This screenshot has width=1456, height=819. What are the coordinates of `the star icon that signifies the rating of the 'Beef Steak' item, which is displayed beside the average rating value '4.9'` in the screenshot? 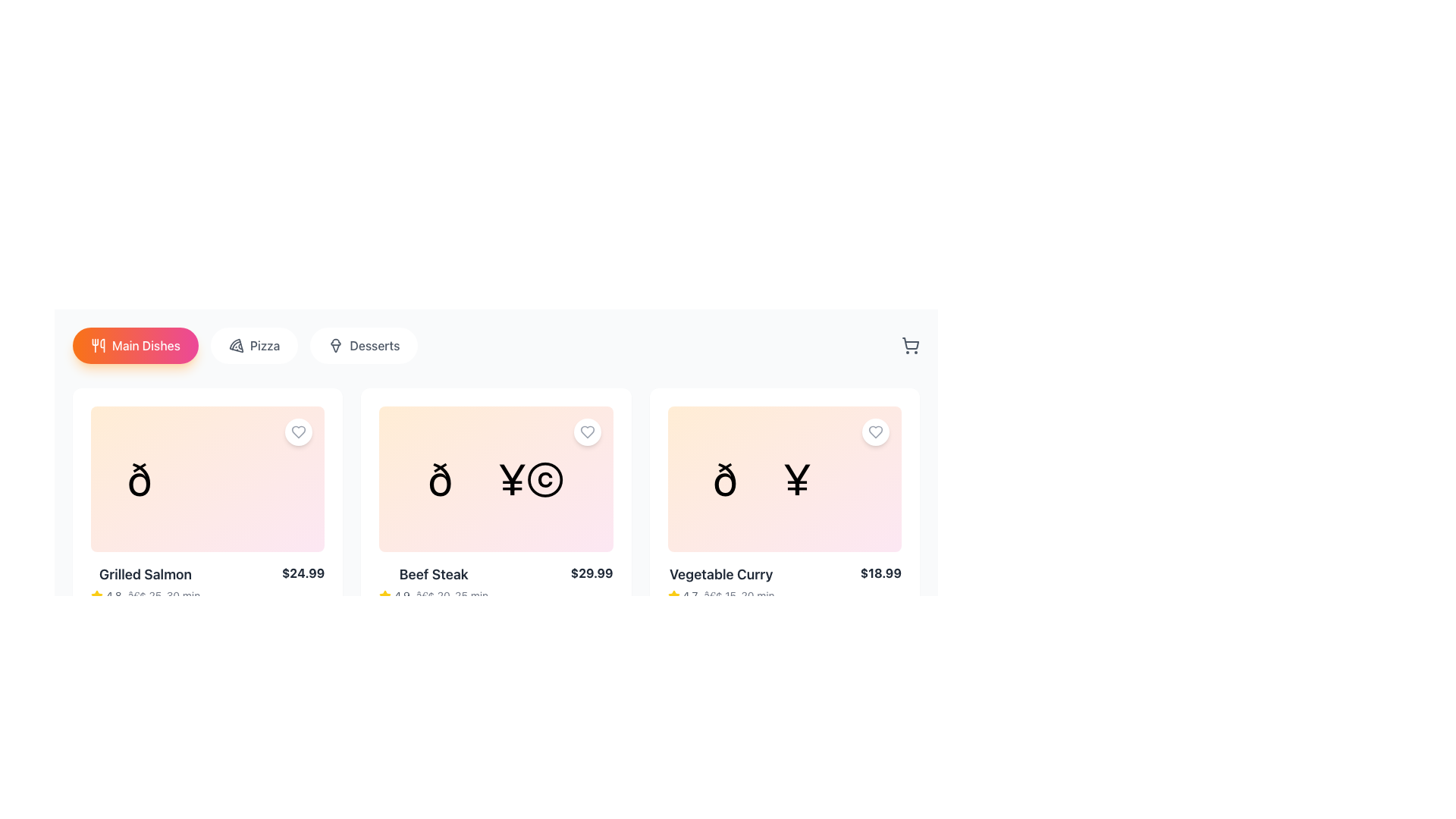 It's located at (385, 595).